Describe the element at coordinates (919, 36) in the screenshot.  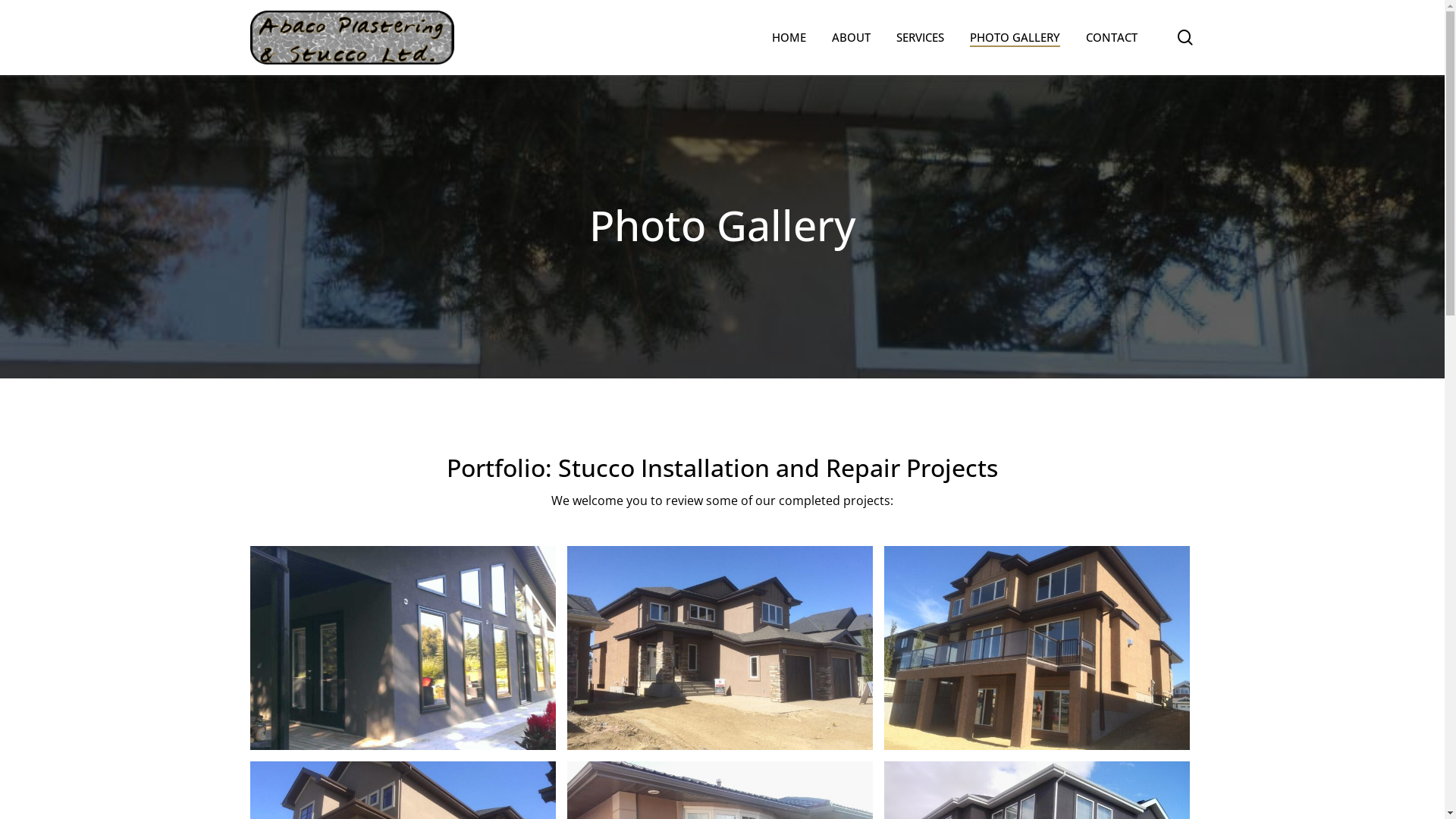
I see `'SERVICES'` at that location.